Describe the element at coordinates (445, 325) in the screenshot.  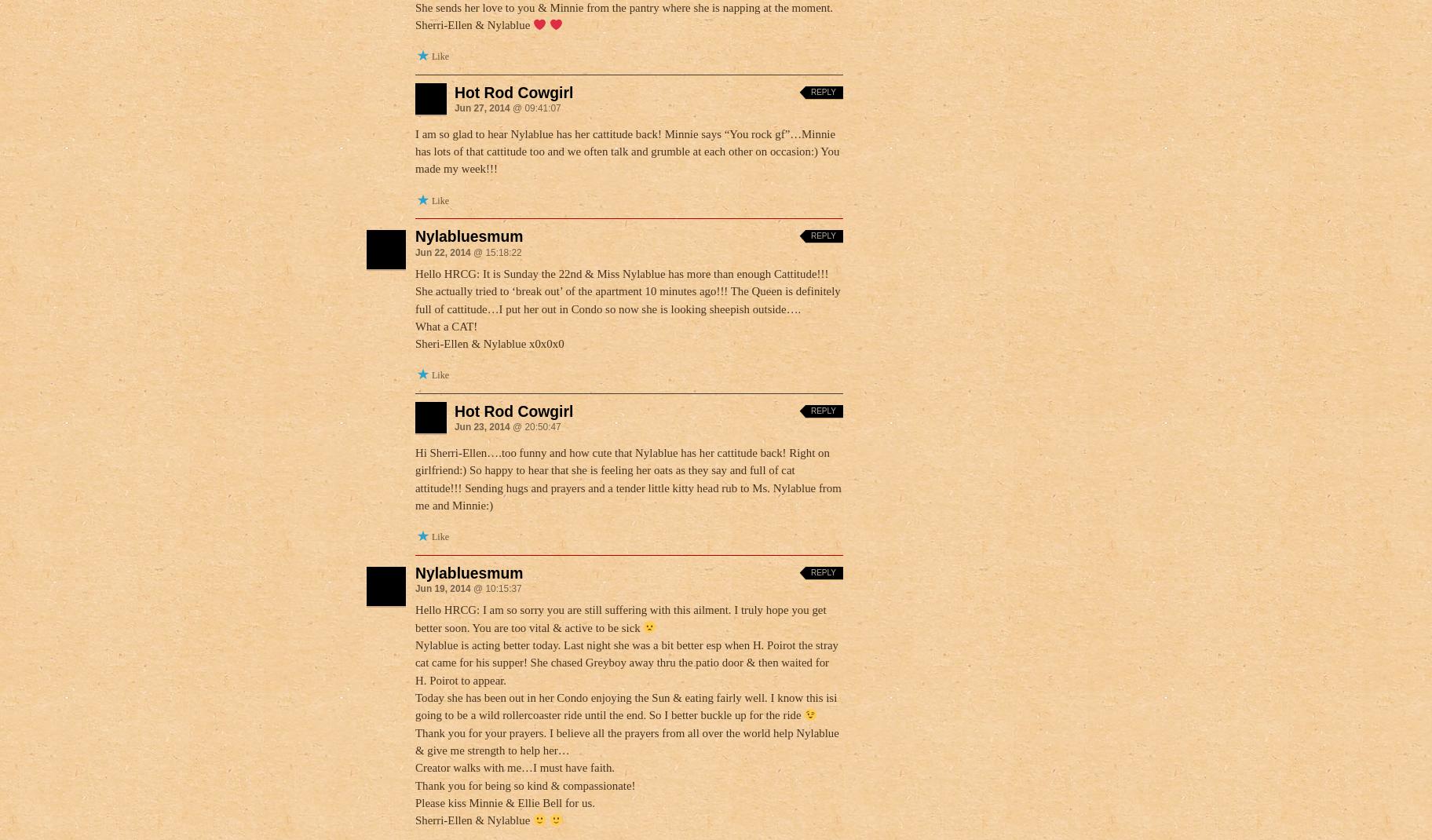
I see `'What a CAT!'` at that location.